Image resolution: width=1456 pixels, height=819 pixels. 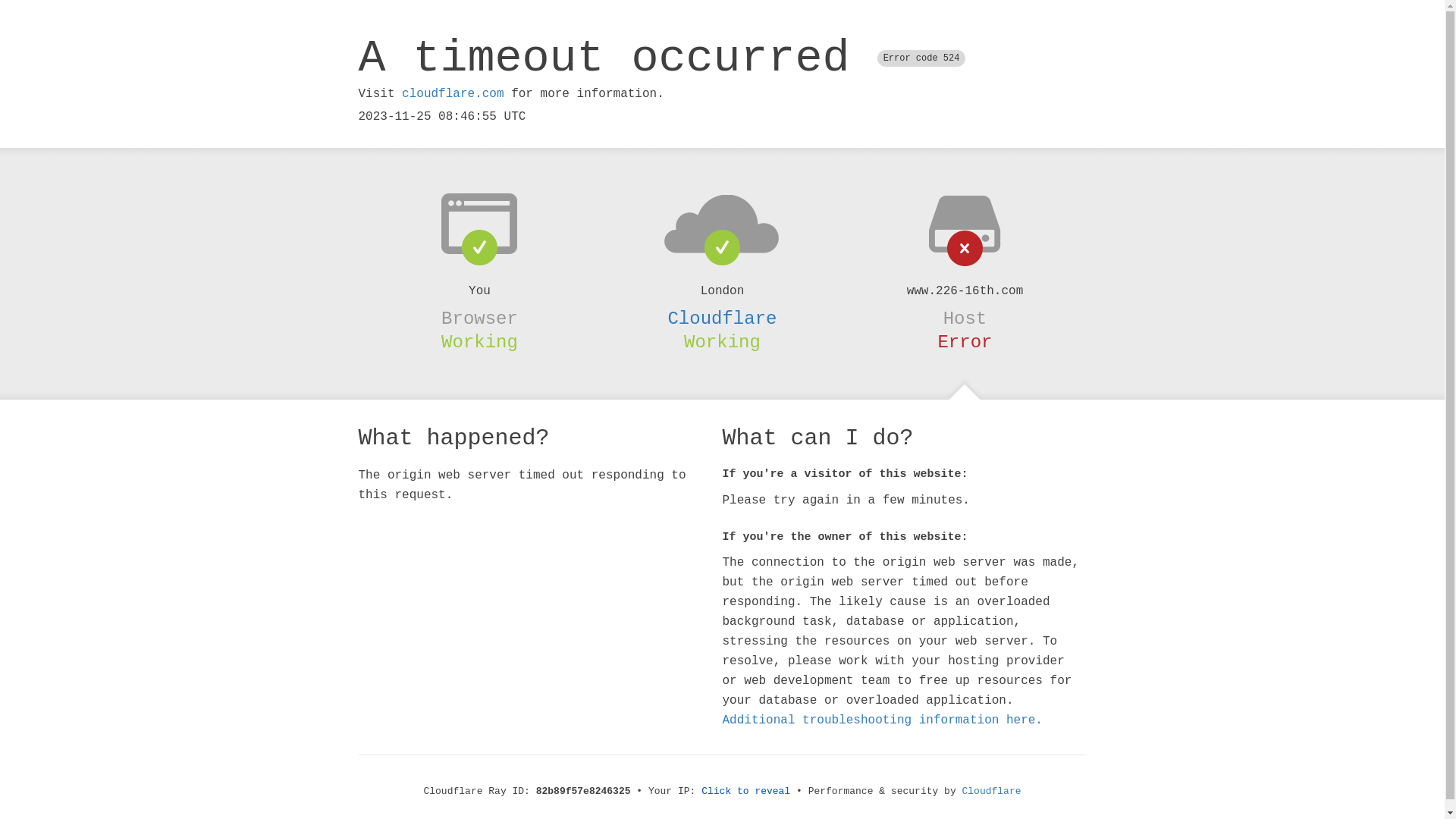 I want to click on 'Additional troubleshooting information here.', so click(x=881, y=719).